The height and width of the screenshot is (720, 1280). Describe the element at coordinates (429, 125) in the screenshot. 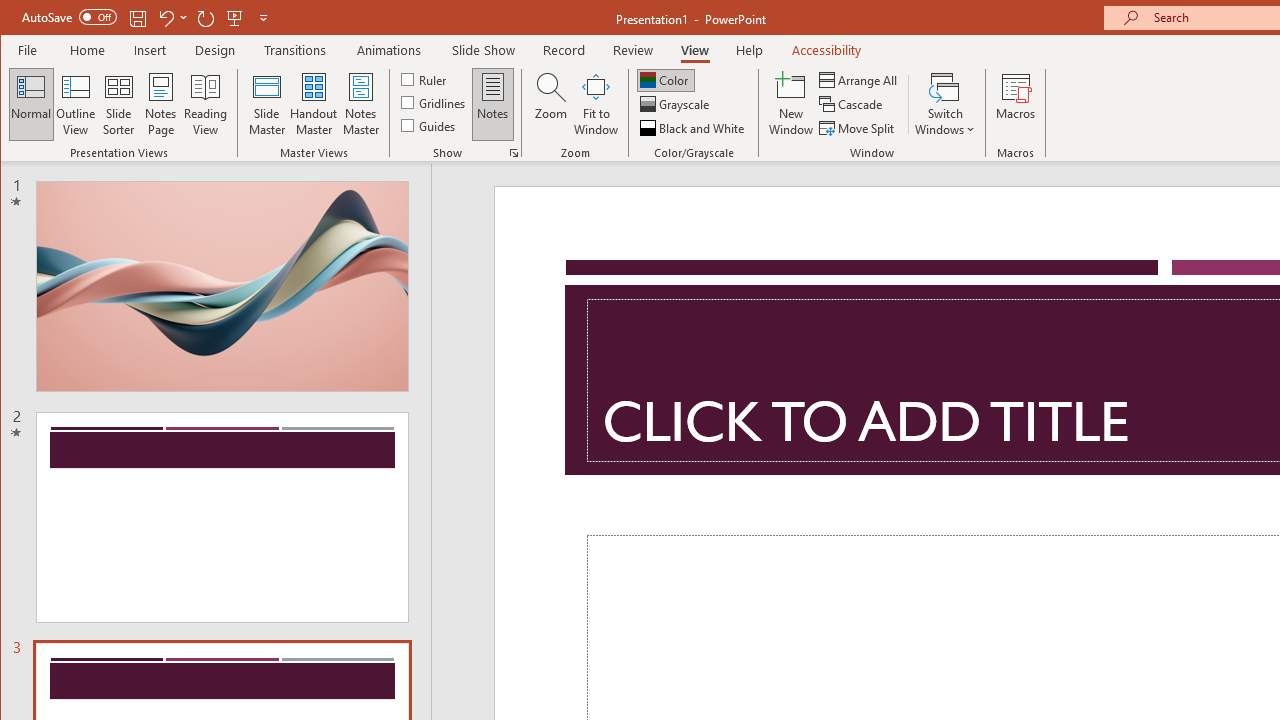

I see `'Guides'` at that location.